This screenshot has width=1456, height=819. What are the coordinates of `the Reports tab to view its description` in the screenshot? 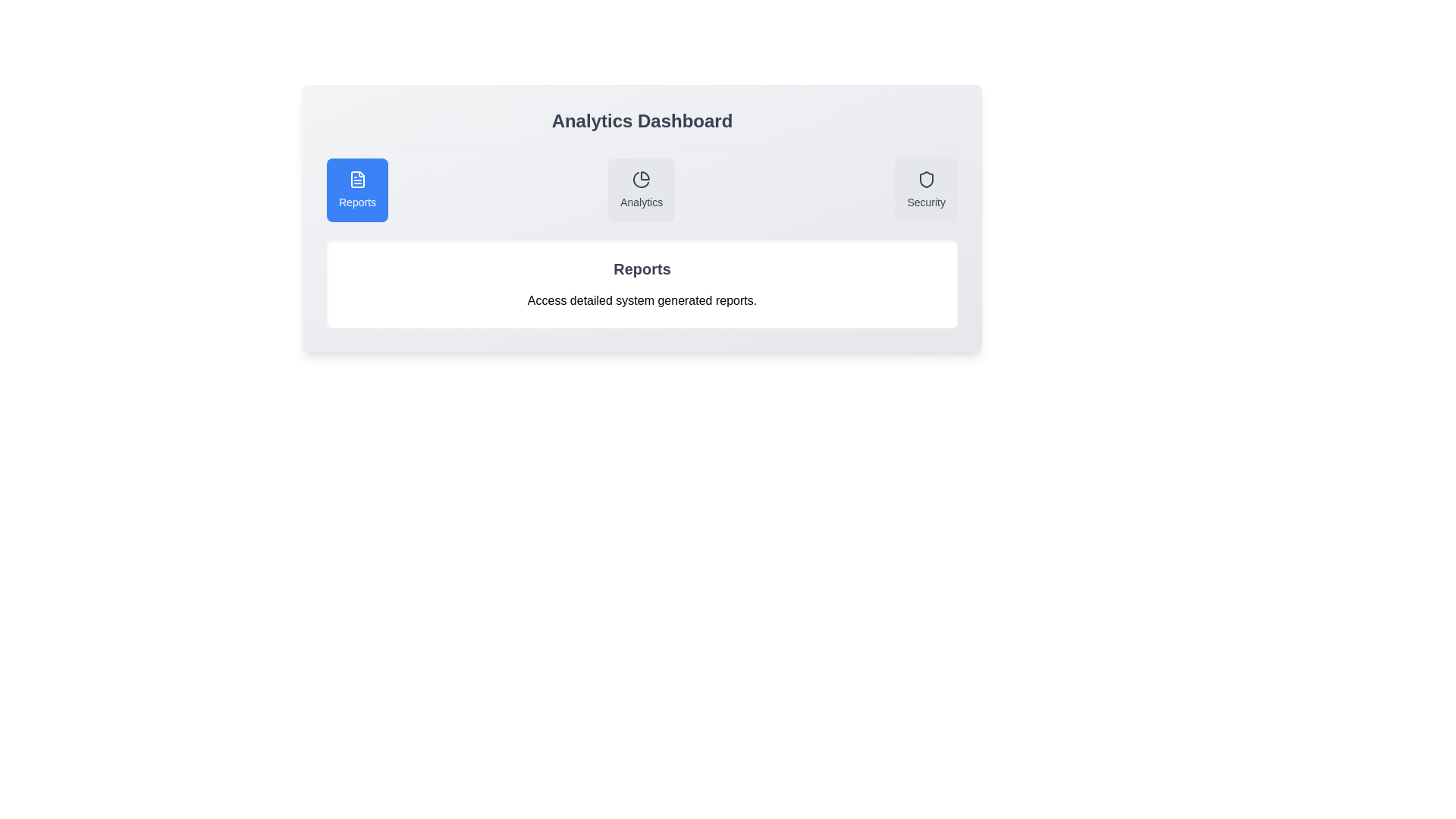 It's located at (356, 189).